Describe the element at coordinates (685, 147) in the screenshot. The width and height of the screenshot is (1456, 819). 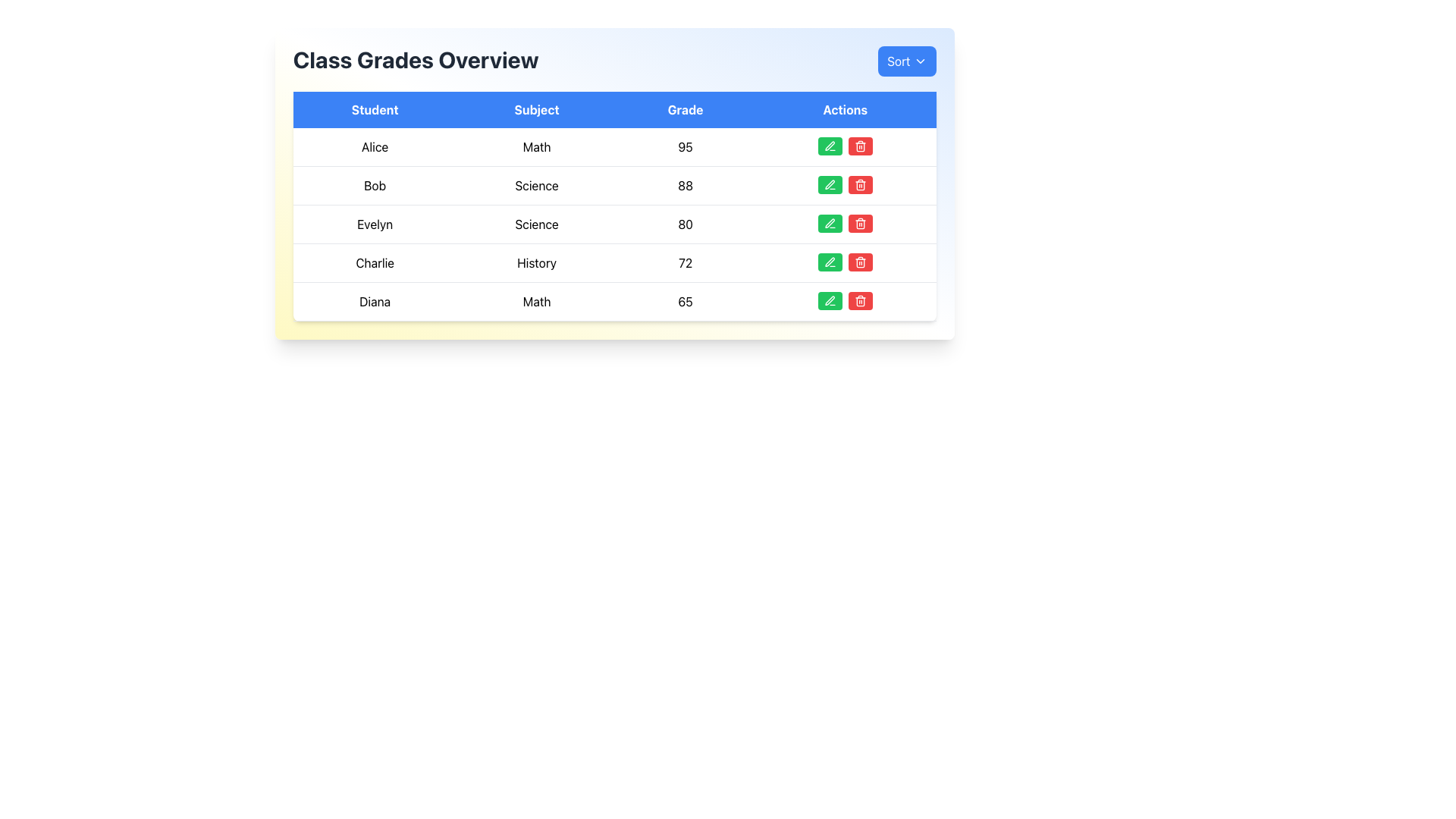
I see `the Text Display showing the grade value for student 'Alice' in the 'Math' subject, located in the first row under the 'Grade' column` at that location.